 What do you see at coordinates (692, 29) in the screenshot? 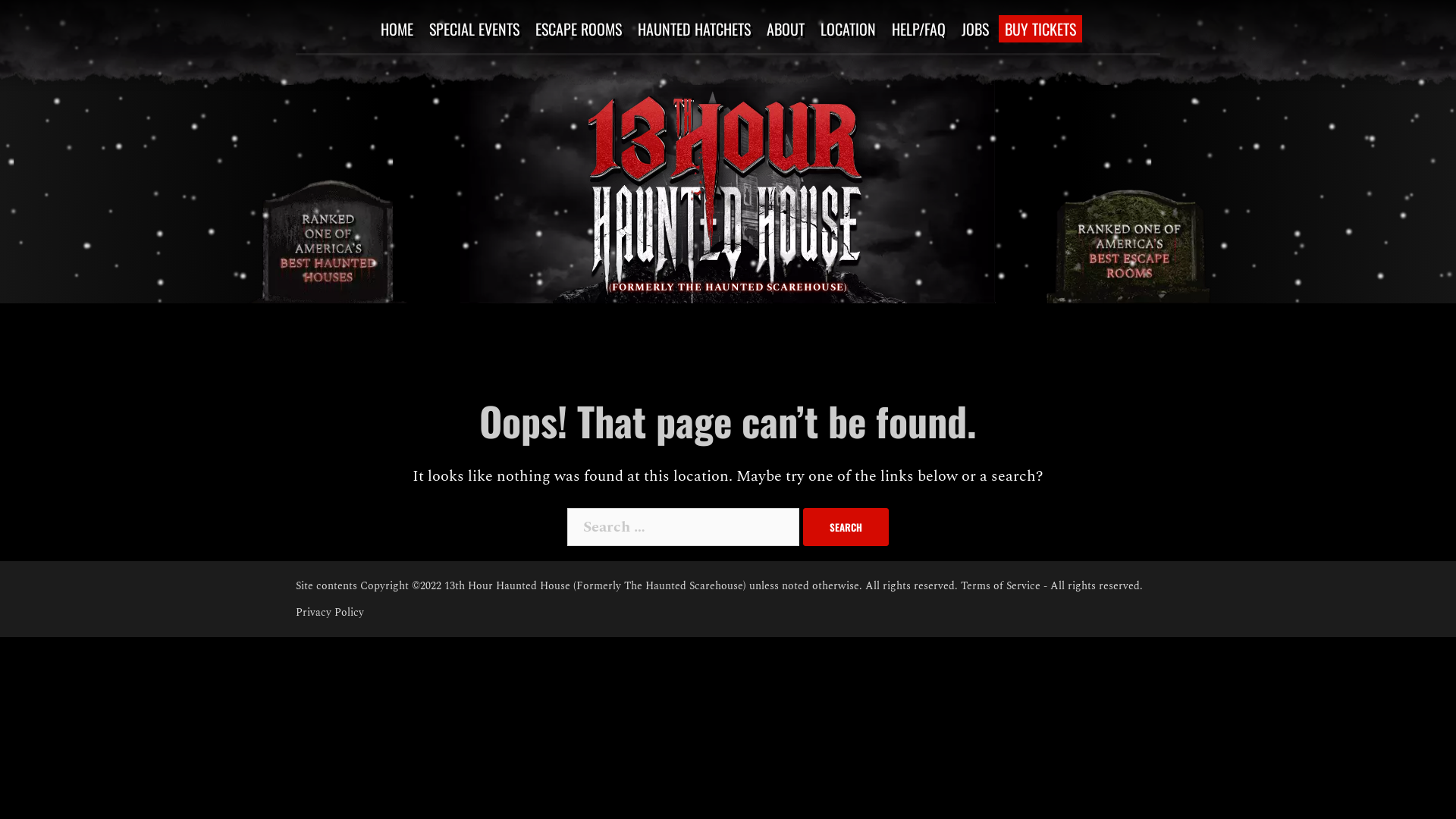
I see `'HAUNTED HATCHETS'` at bounding box center [692, 29].